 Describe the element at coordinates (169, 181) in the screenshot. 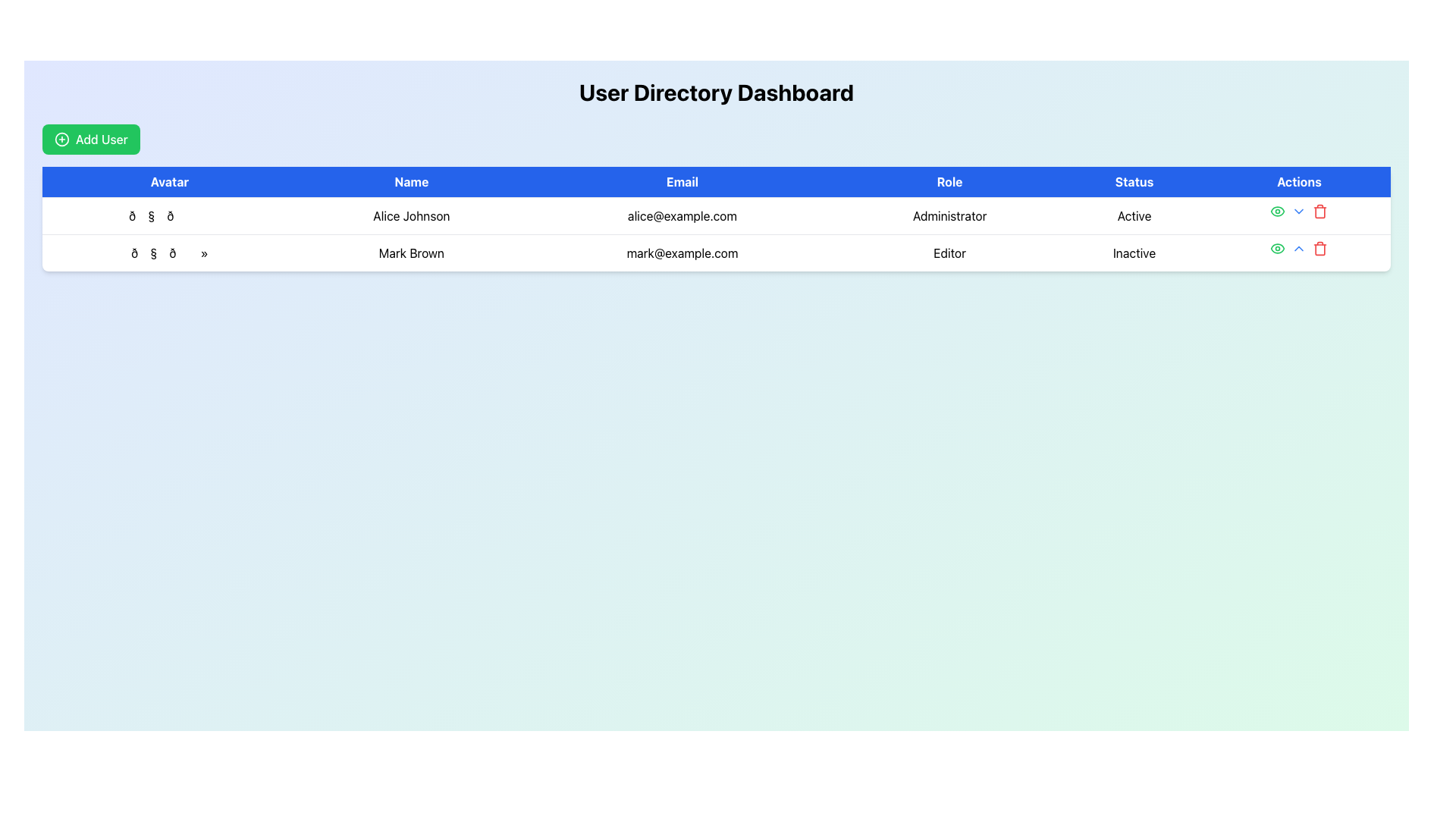

I see `the 'Avatar' header section, which is a rectangular area with a blue background and white text, located at the far-left side of the header row in the table` at that location.